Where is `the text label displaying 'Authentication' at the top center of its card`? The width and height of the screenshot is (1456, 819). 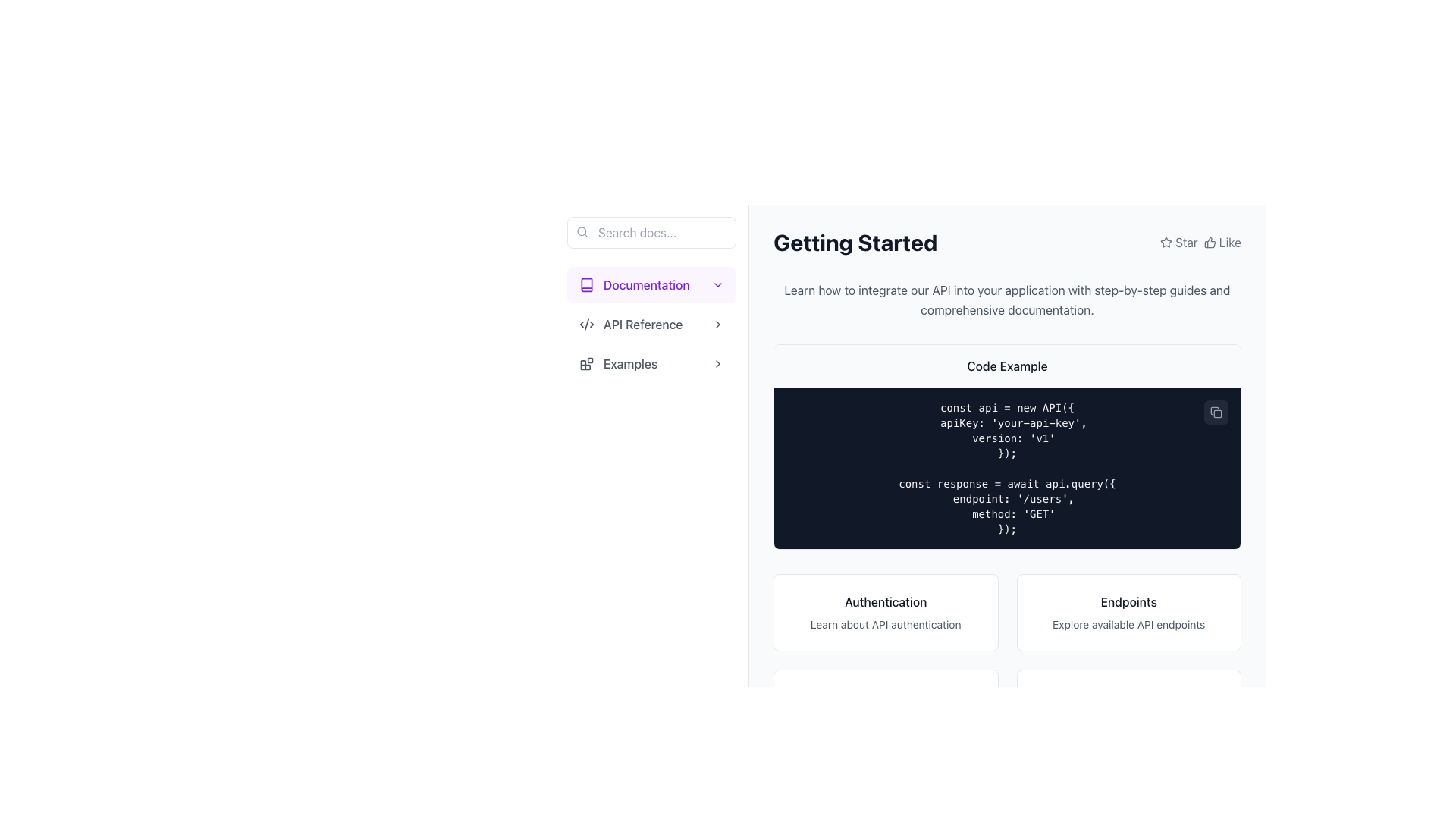
the text label displaying 'Authentication' at the top center of its card is located at coordinates (885, 601).